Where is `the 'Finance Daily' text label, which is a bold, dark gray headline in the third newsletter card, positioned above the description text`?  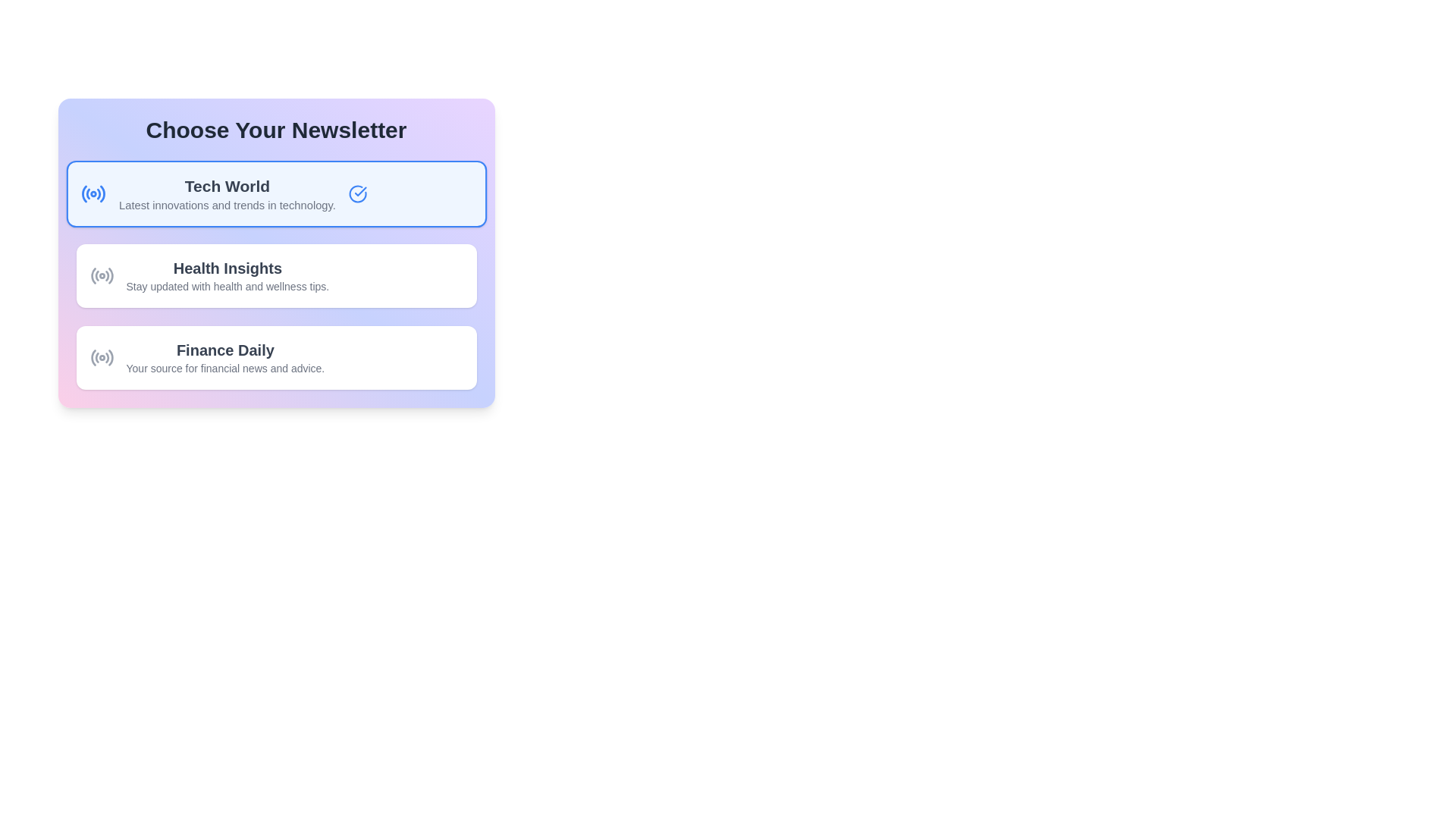 the 'Finance Daily' text label, which is a bold, dark gray headline in the third newsletter card, positioned above the description text is located at coordinates (224, 350).